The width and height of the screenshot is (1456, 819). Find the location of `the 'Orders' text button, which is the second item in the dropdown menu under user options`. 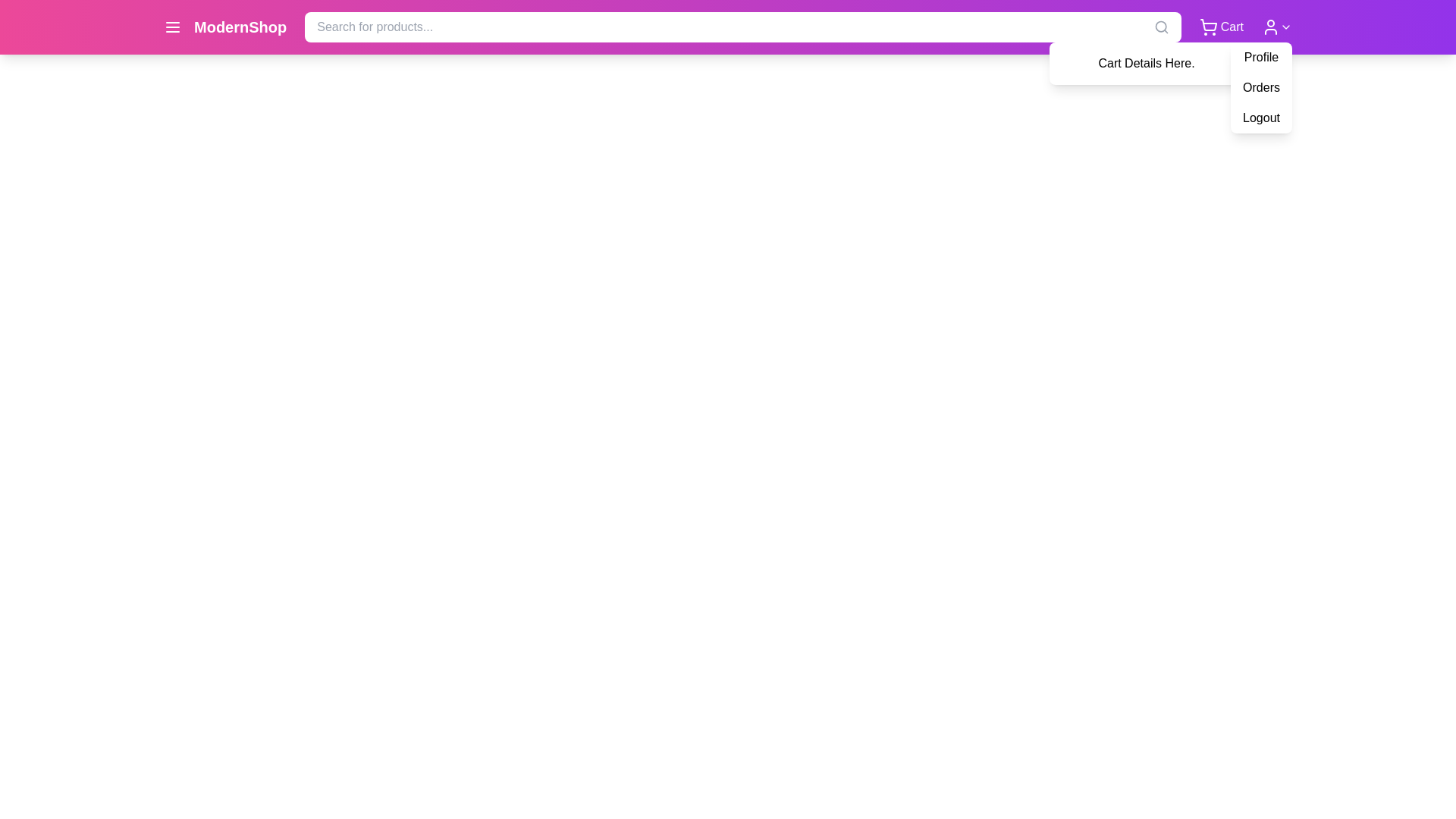

the 'Orders' text button, which is the second item in the dropdown menu under user options is located at coordinates (1261, 87).